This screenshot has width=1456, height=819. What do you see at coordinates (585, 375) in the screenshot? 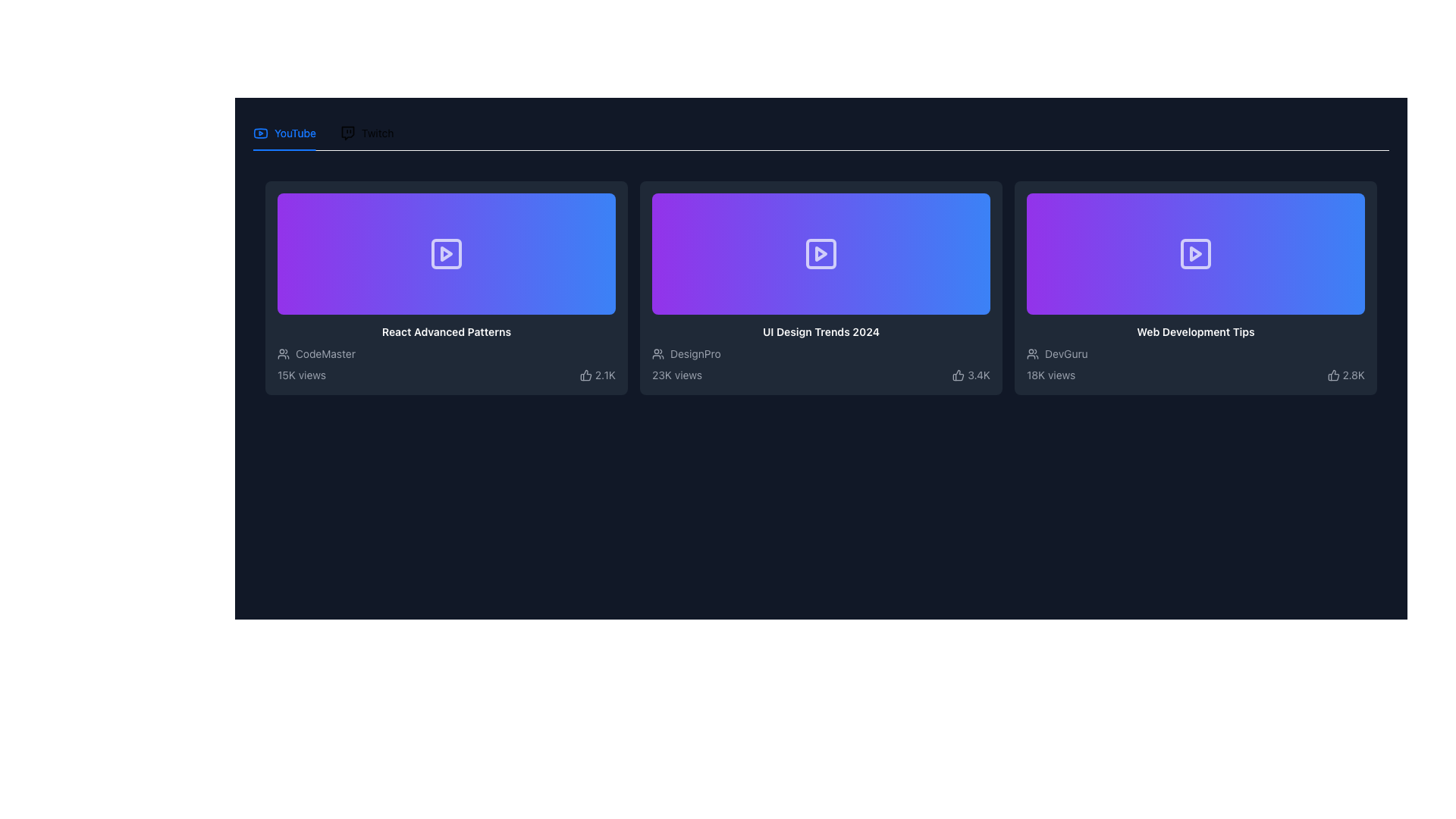
I see `the thumbs-up icon located in the leftmost card of the horizontal layout for the video titled 'React Advanced Patterns'` at bounding box center [585, 375].